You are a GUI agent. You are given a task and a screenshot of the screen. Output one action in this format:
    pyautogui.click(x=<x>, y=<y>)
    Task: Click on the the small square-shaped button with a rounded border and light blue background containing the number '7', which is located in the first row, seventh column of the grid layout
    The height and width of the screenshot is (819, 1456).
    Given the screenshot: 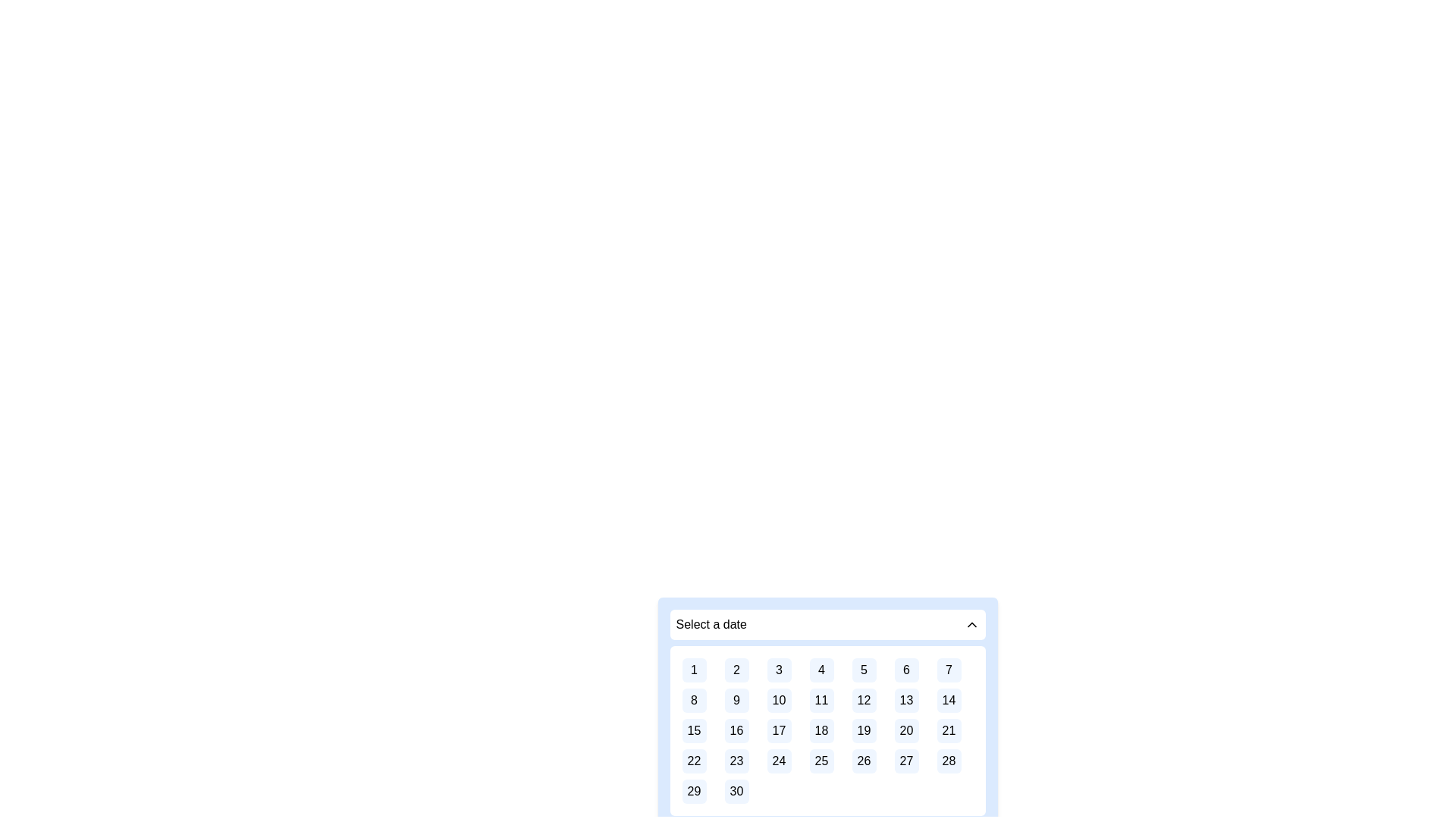 What is the action you would take?
    pyautogui.click(x=948, y=669)
    